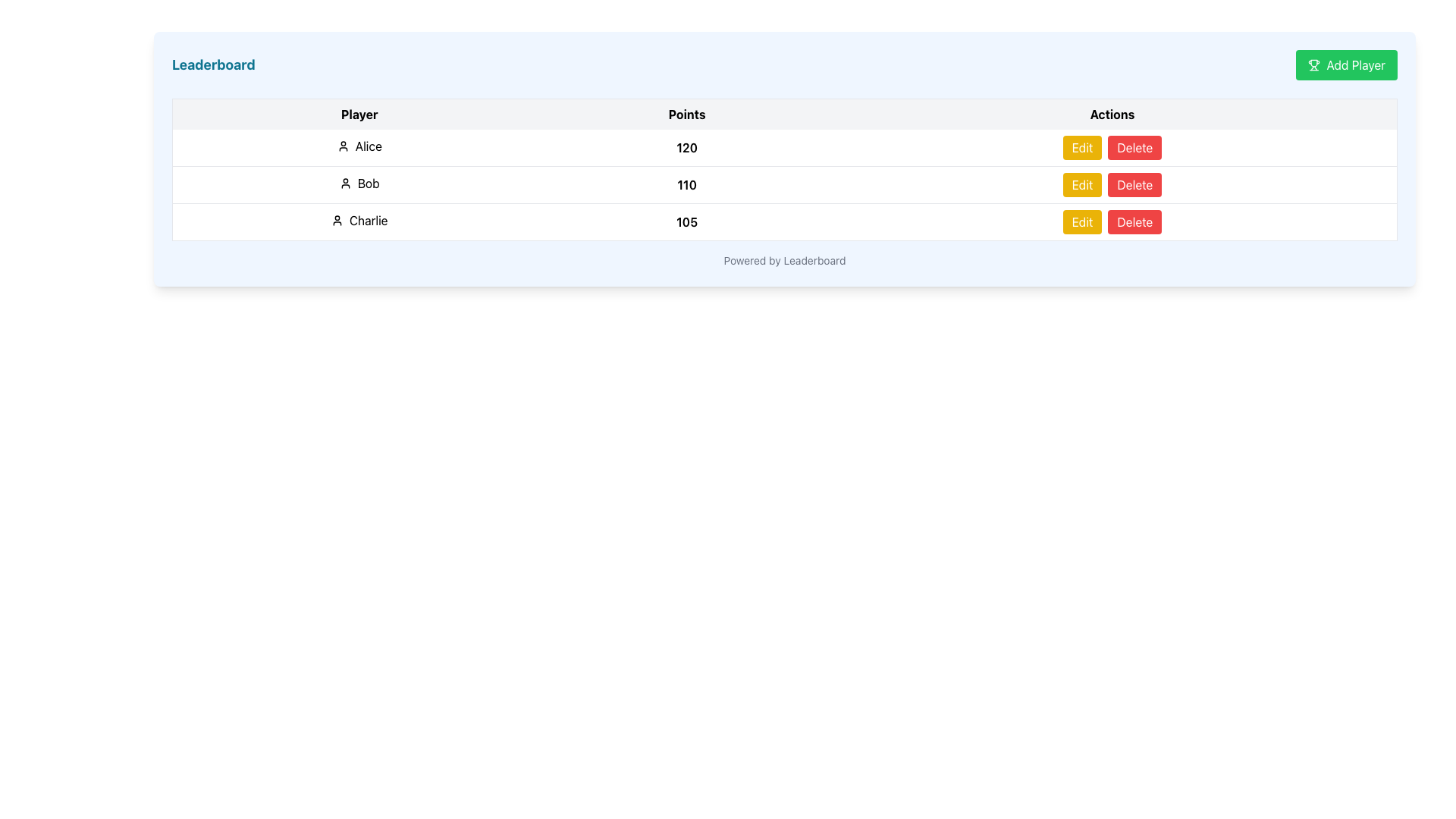  Describe the element at coordinates (342, 146) in the screenshot. I see `the icon representing the user 'Alice' in the leaderboard, located to the left of the text 'Alice'` at that location.